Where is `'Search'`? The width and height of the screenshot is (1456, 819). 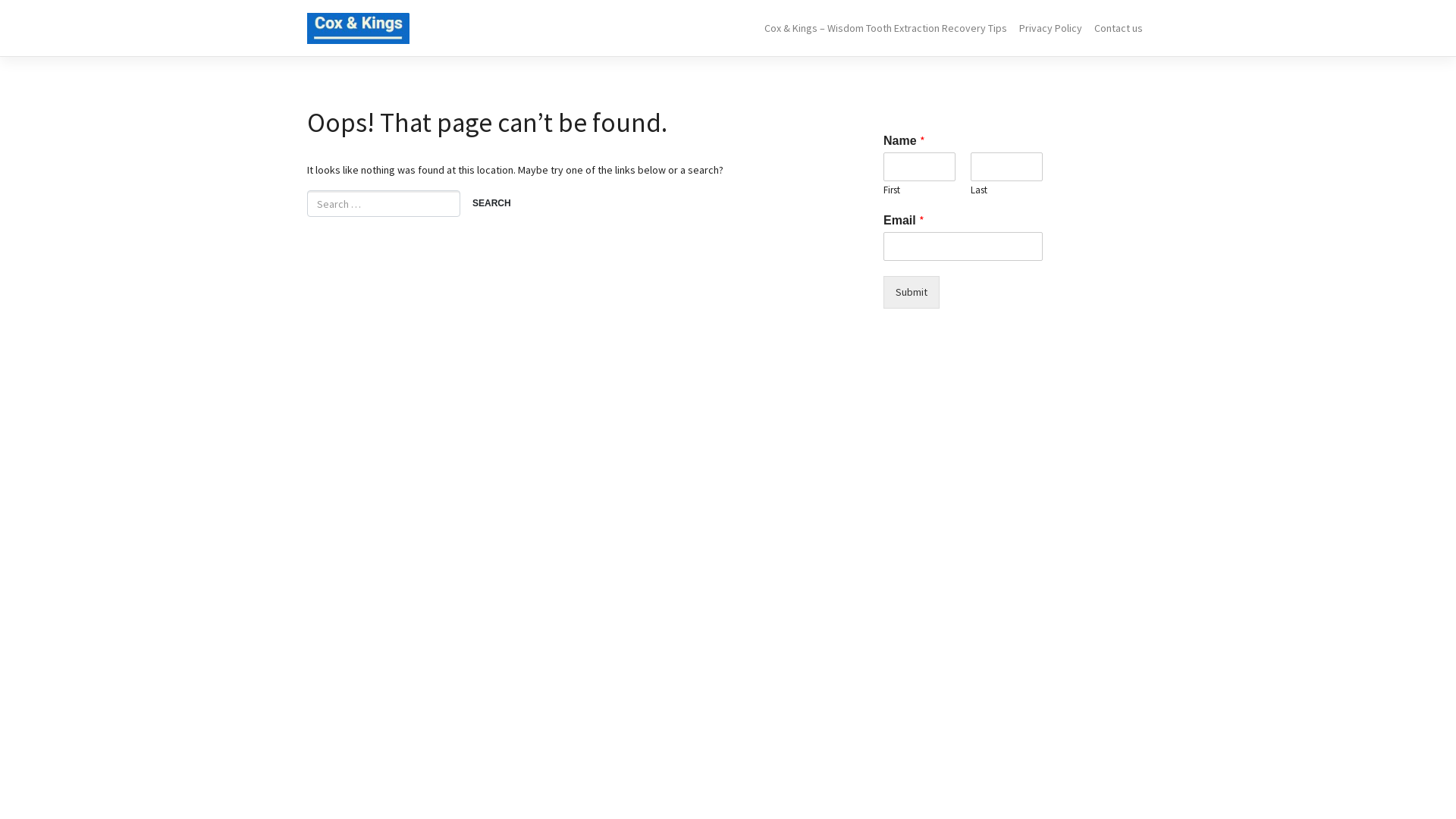 'Search' is located at coordinates (491, 205).